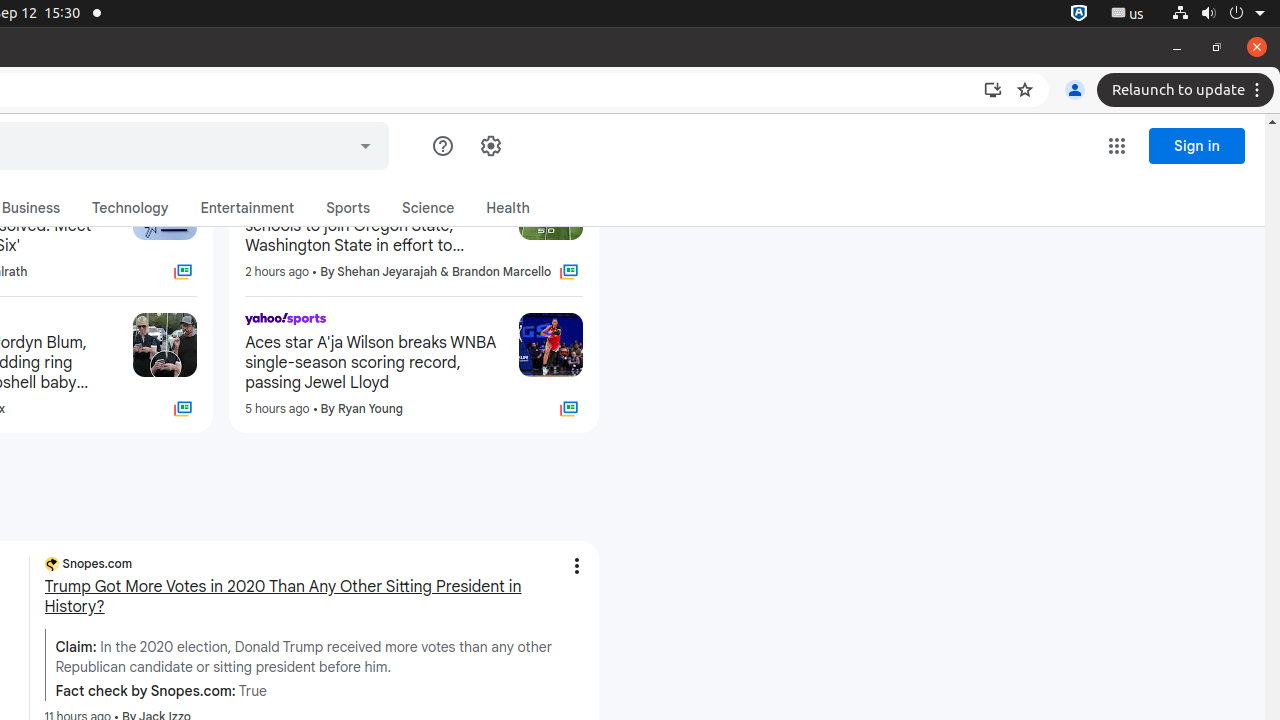 This screenshot has width=1280, height=720. Describe the element at coordinates (1188, 90) in the screenshot. I see `'Relaunch to update'` at that location.